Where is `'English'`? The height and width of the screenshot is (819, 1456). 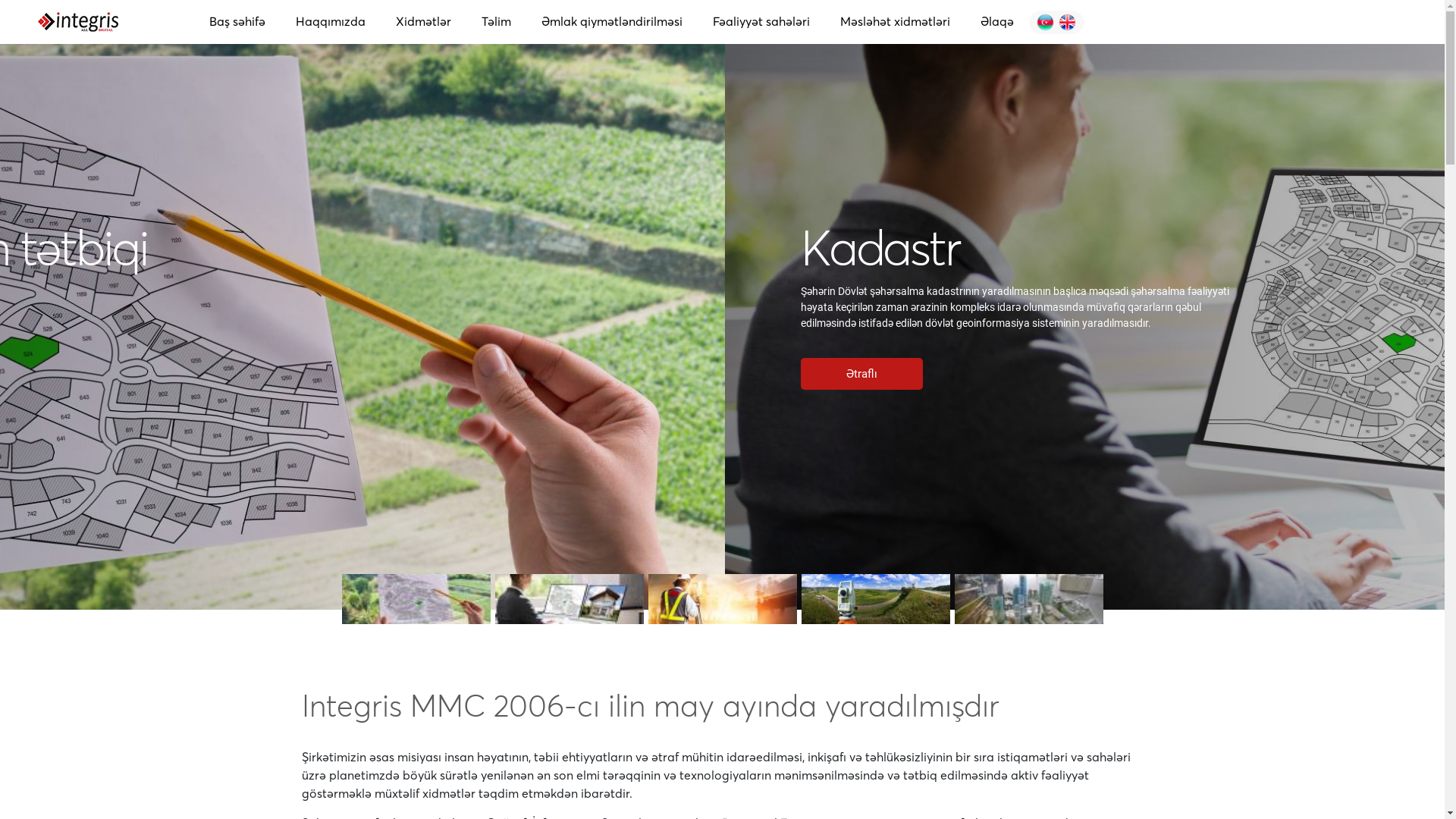 'English' is located at coordinates (1066, 22).